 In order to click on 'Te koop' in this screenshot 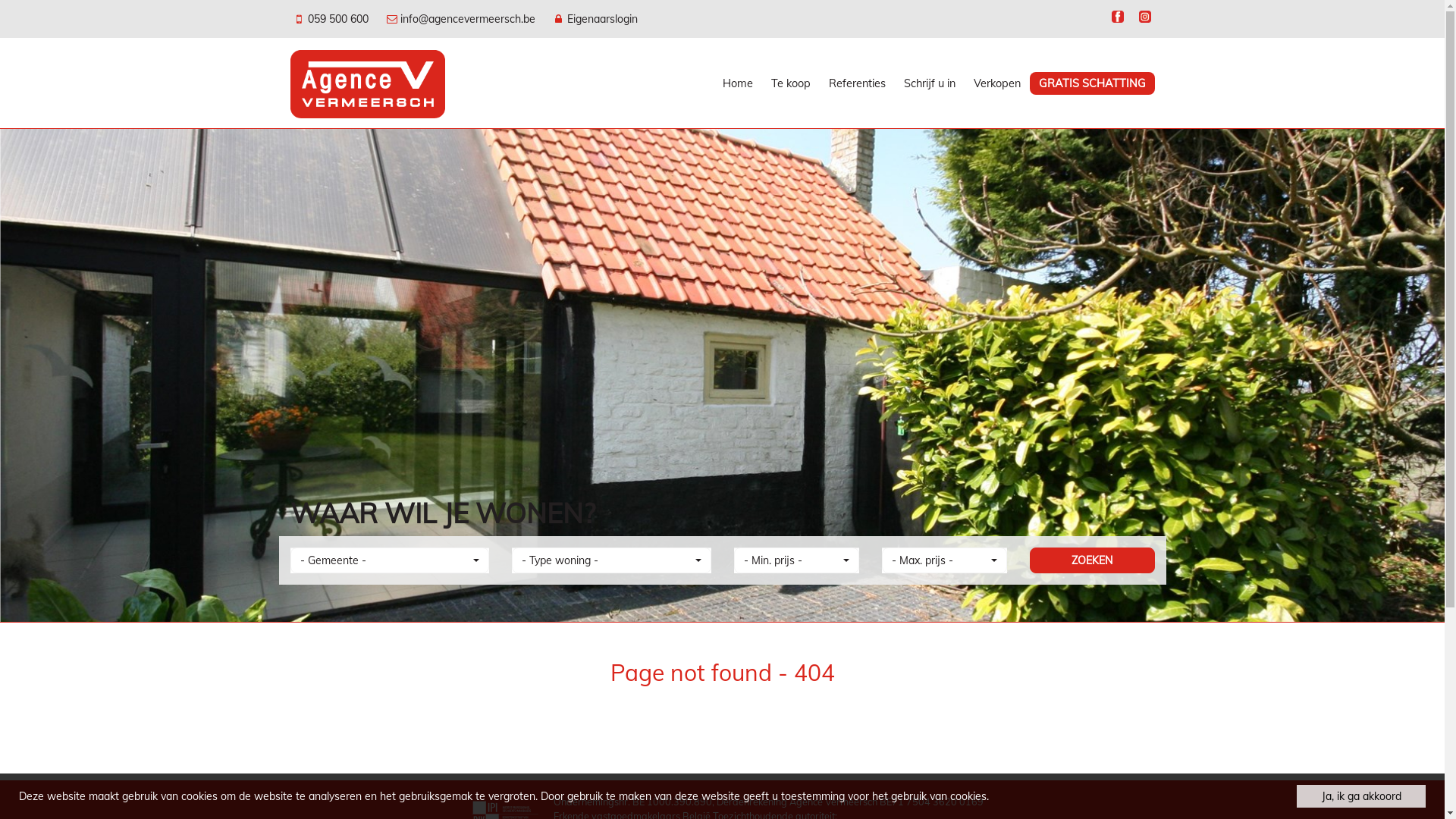, I will do `click(761, 83)`.